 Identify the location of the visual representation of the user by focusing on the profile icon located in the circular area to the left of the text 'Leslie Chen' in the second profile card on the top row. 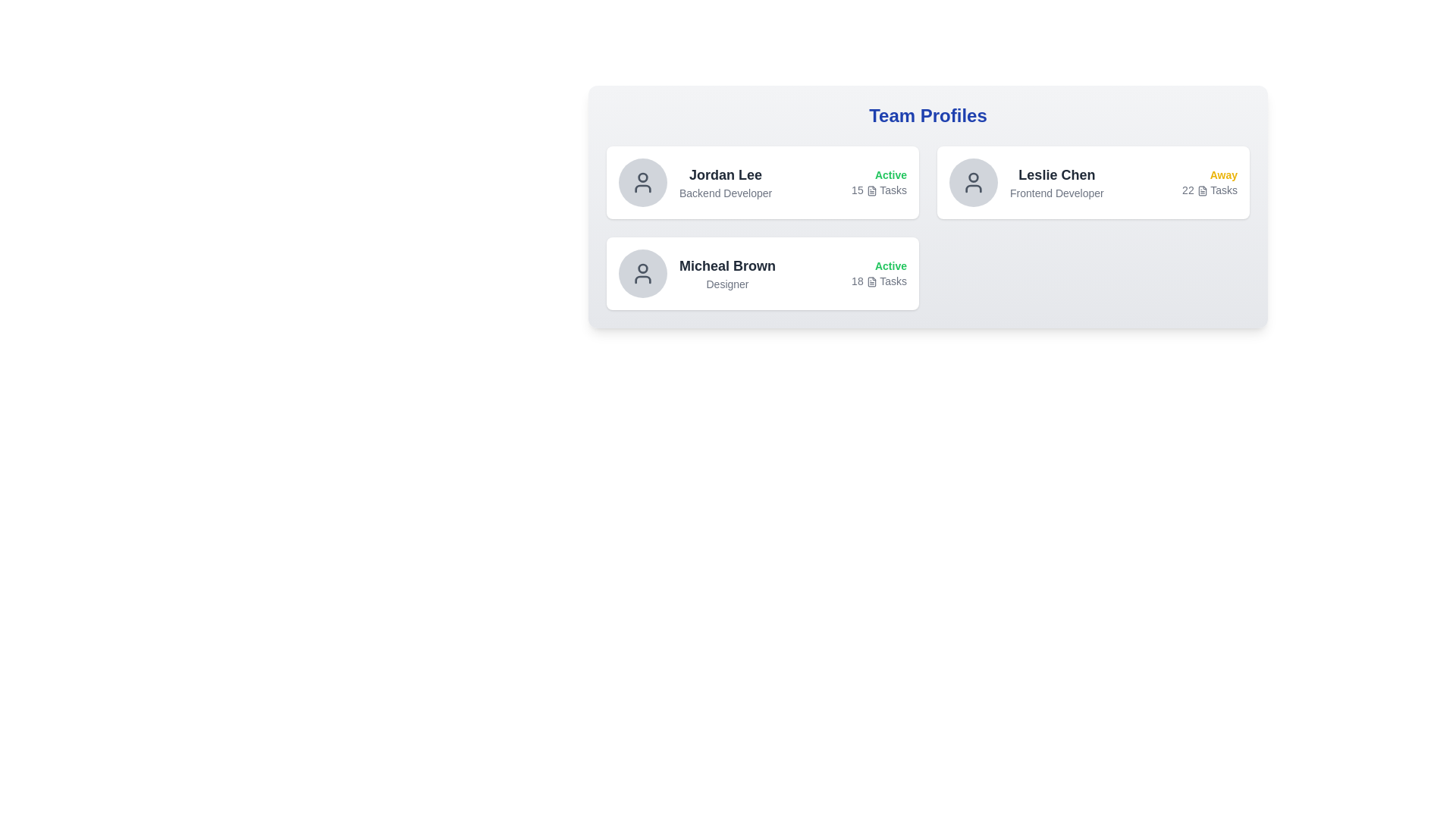
(643, 181).